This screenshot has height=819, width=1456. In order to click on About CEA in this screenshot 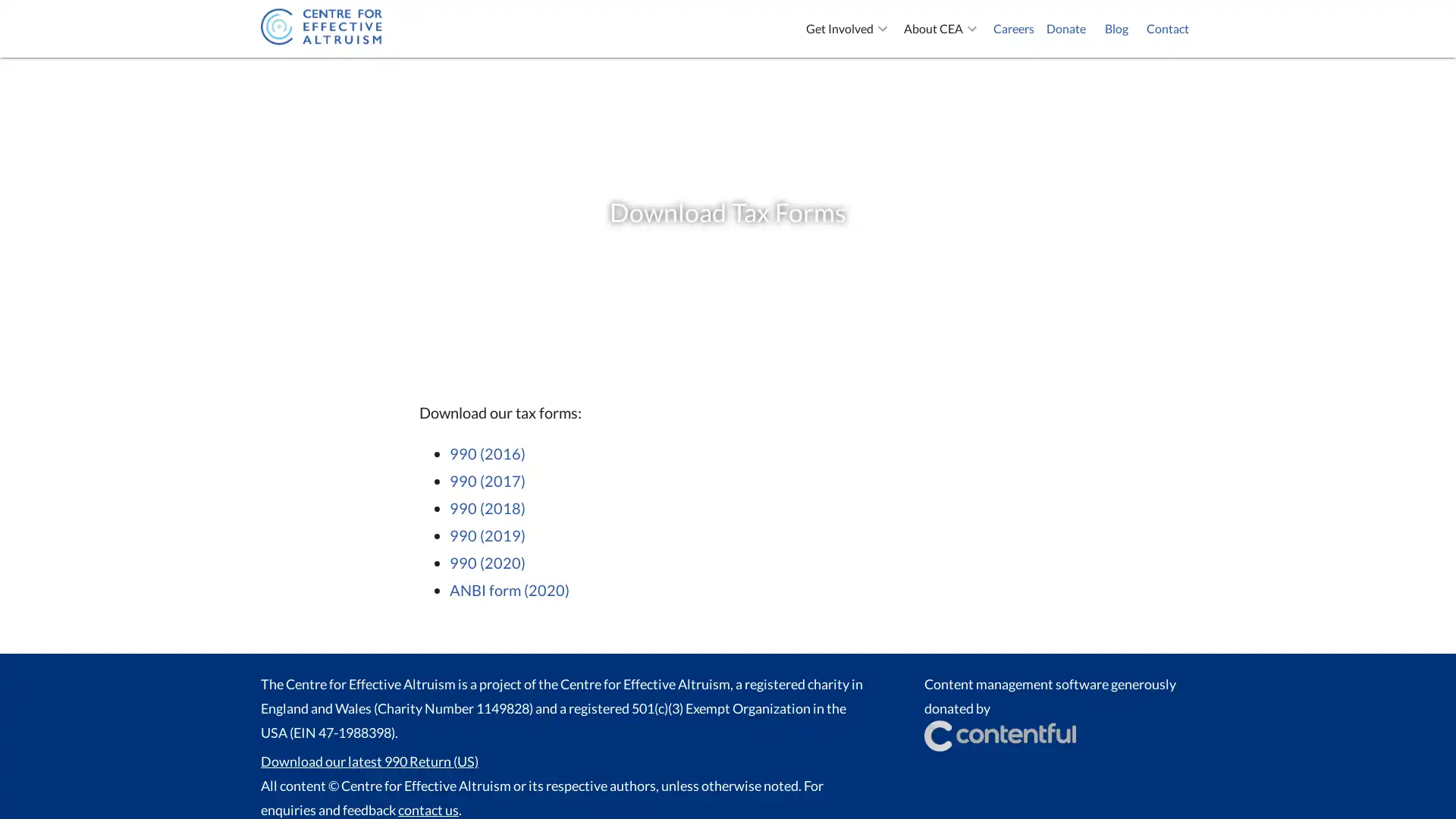, I will do `click(942, 29)`.